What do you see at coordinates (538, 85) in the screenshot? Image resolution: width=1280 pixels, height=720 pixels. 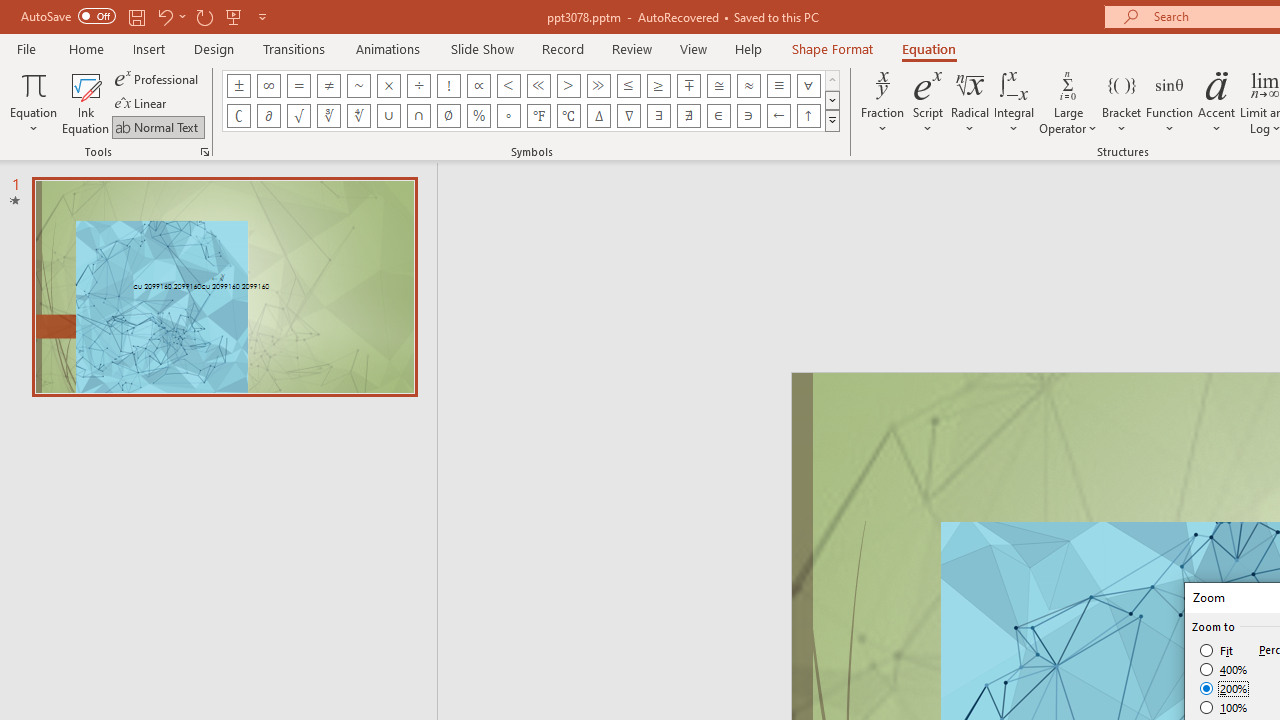 I see `'Equation Symbol Much Less Than'` at bounding box center [538, 85].